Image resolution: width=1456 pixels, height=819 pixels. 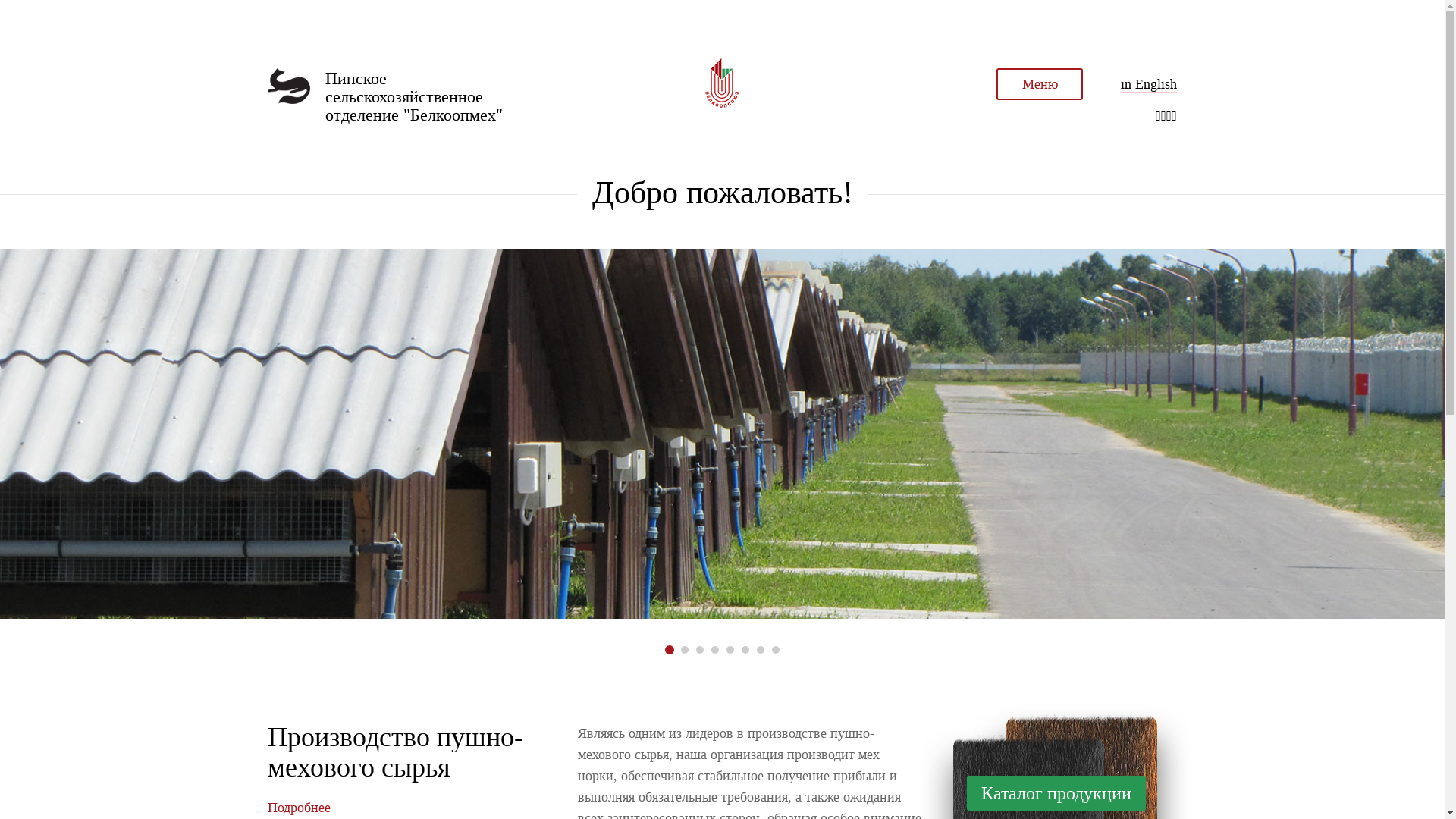 I want to click on 'in English', so click(x=1121, y=84).